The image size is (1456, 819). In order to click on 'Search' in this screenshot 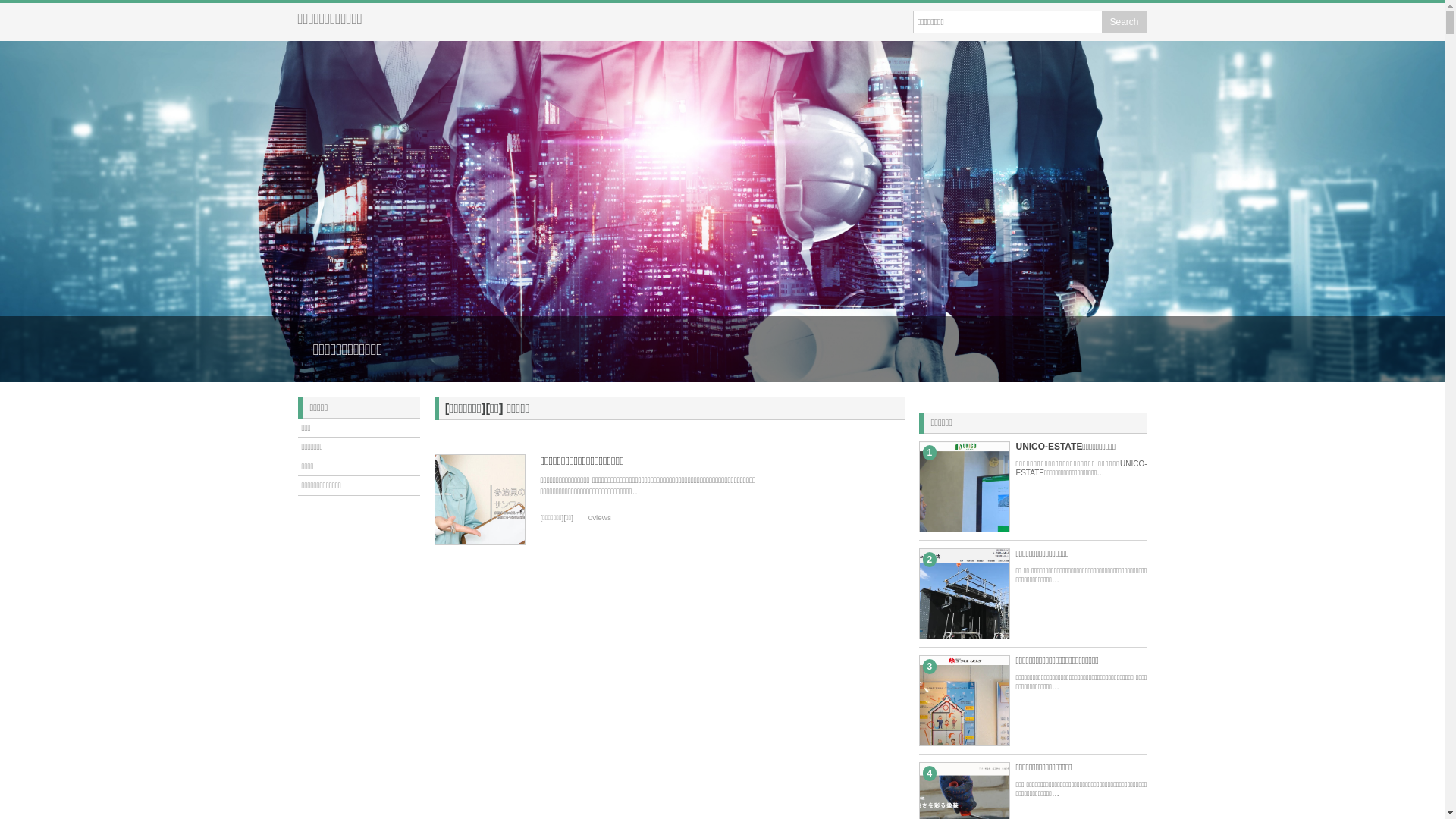, I will do `click(1124, 22)`.